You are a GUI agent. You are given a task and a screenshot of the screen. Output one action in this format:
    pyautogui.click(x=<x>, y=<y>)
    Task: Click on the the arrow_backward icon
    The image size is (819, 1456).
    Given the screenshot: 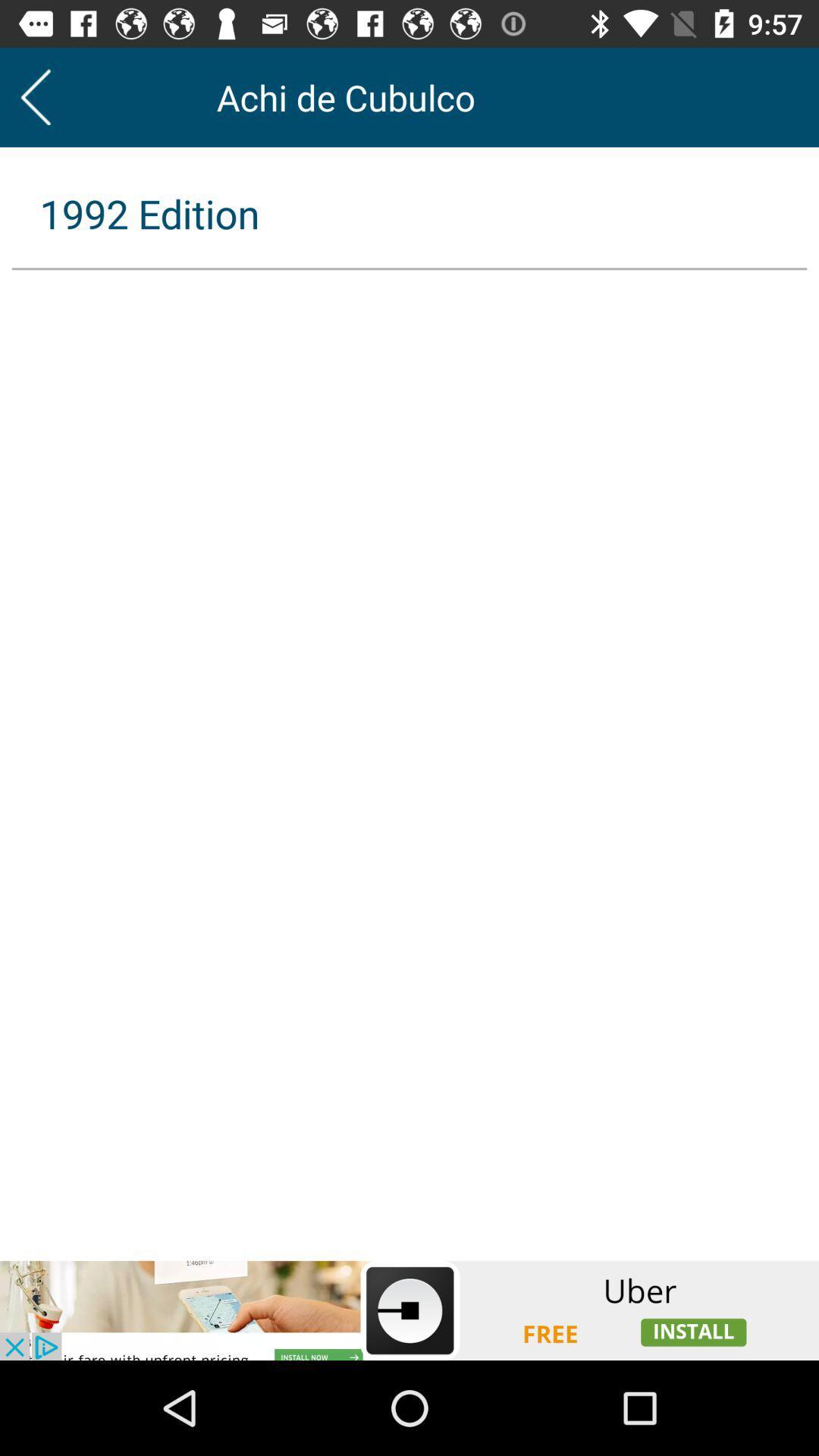 What is the action you would take?
    pyautogui.click(x=35, y=96)
    